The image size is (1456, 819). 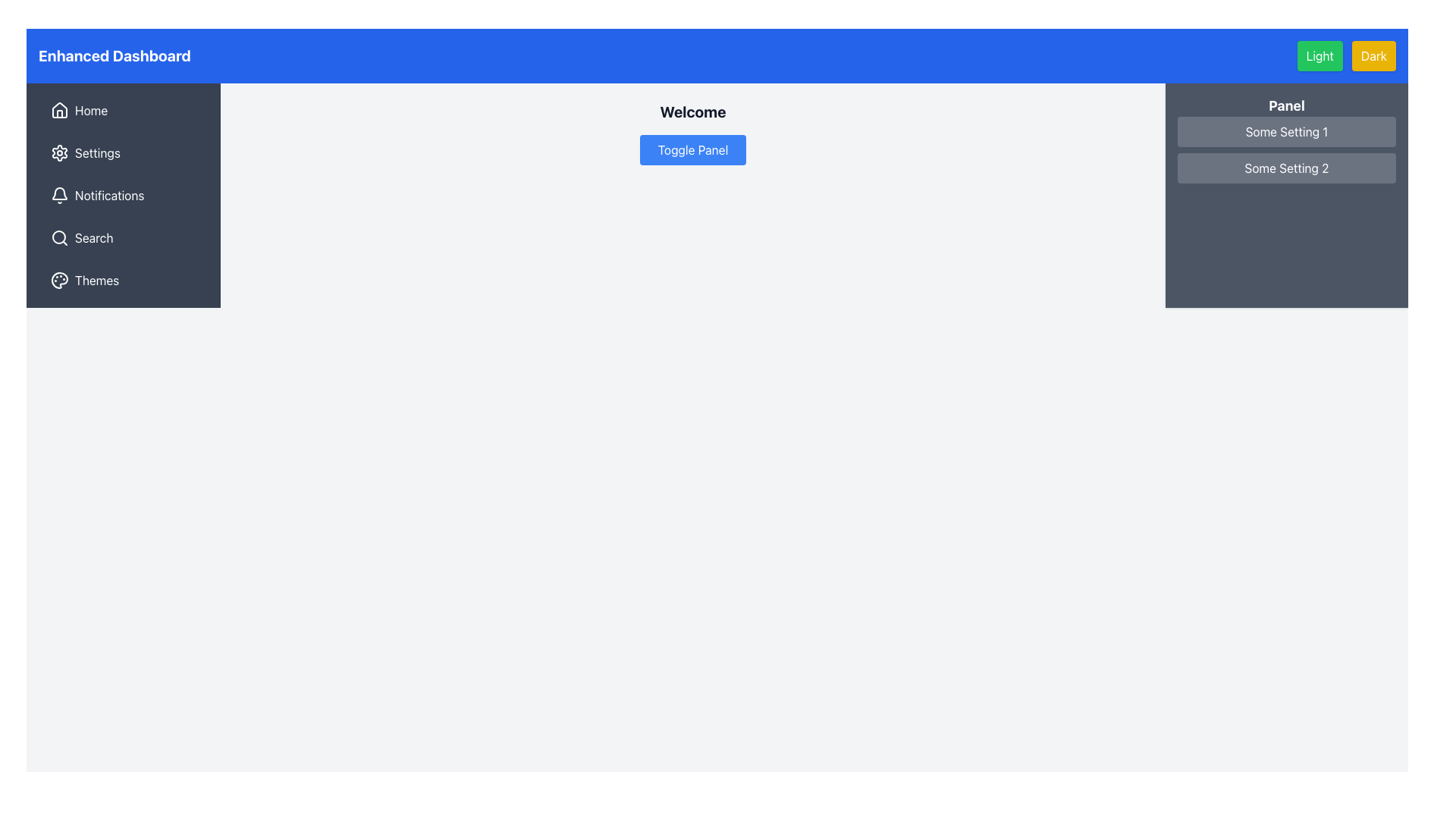 What do you see at coordinates (1346, 55) in the screenshot?
I see `the 'Dark' button in the button group located in the top-right corner of the interface, adjacent to the title 'Enhanced Dashboard'` at bounding box center [1346, 55].